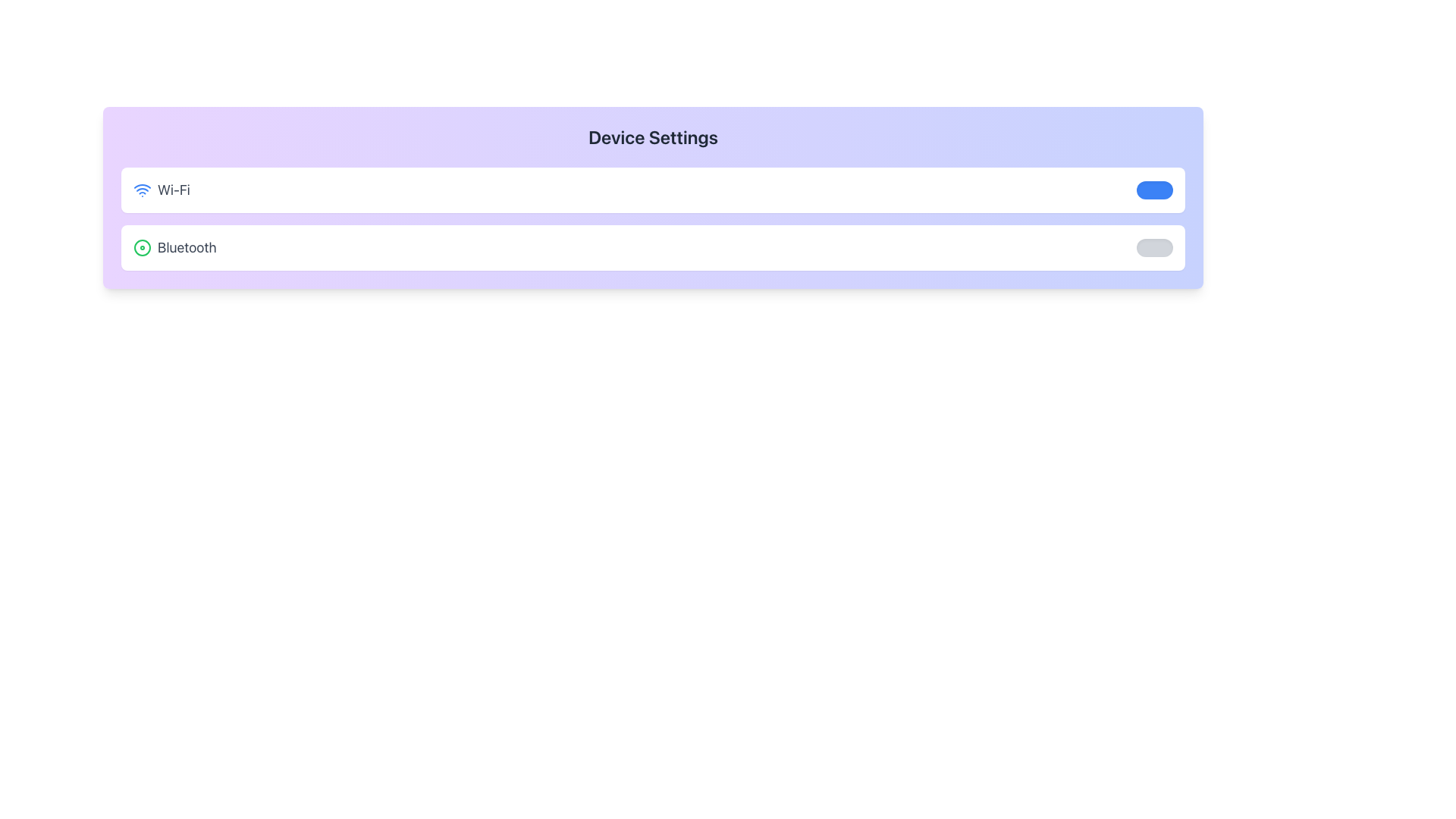  I want to click on the Wi-Fi settings label located in the upper section of the interface, positioned to the right of the wireless connectivity icon, so click(174, 189).